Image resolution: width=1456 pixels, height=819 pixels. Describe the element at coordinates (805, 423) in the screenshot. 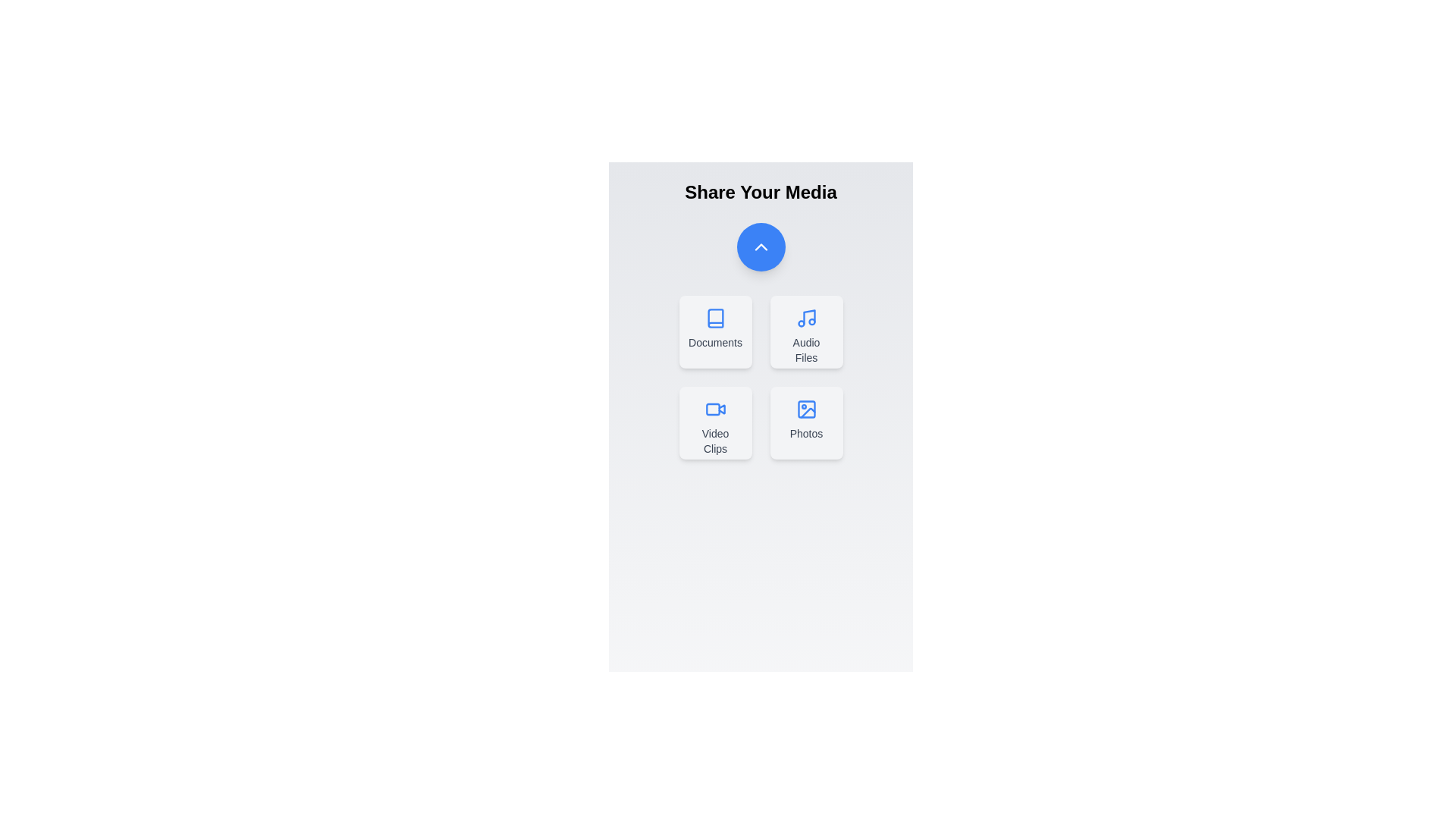

I see `the button corresponding to the media type Photos` at that location.